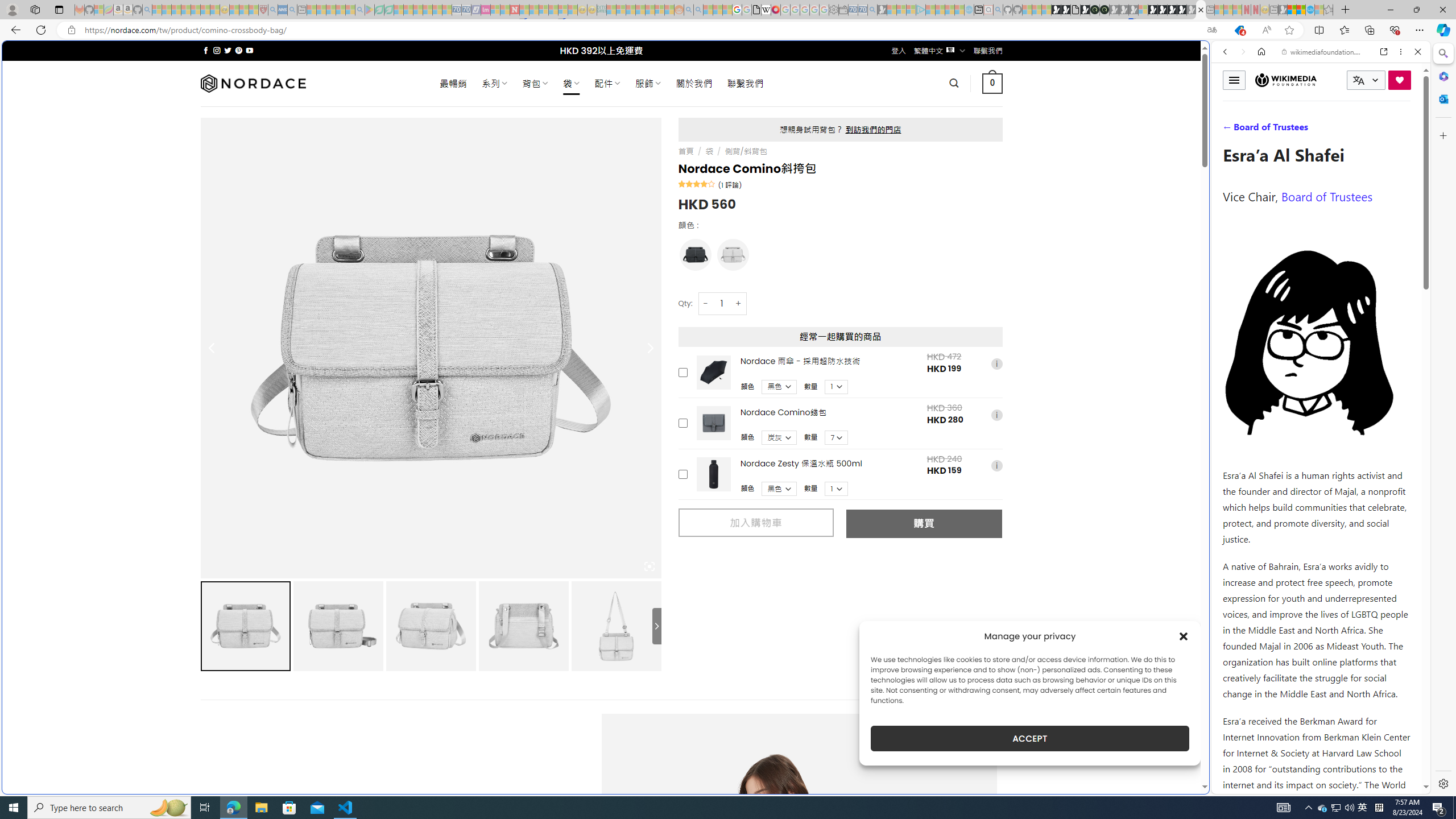  What do you see at coordinates (1285, 80) in the screenshot?
I see `'Wikimedia Foundation'` at bounding box center [1285, 80].